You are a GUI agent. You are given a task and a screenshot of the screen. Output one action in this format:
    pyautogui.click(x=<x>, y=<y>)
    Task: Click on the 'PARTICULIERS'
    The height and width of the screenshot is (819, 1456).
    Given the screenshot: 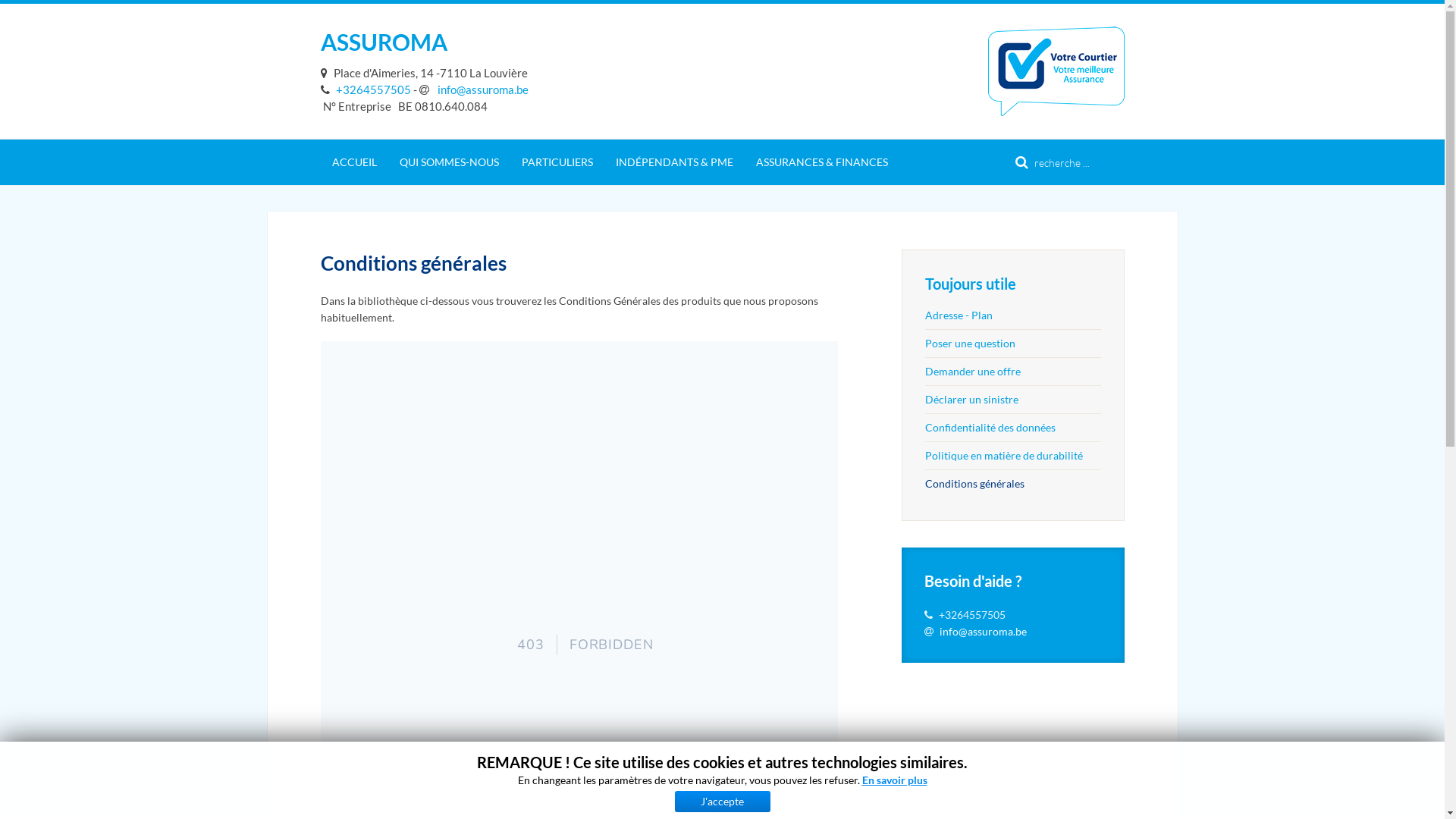 What is the action you would take?
    pyautogui.click(x=510, y=162)
    